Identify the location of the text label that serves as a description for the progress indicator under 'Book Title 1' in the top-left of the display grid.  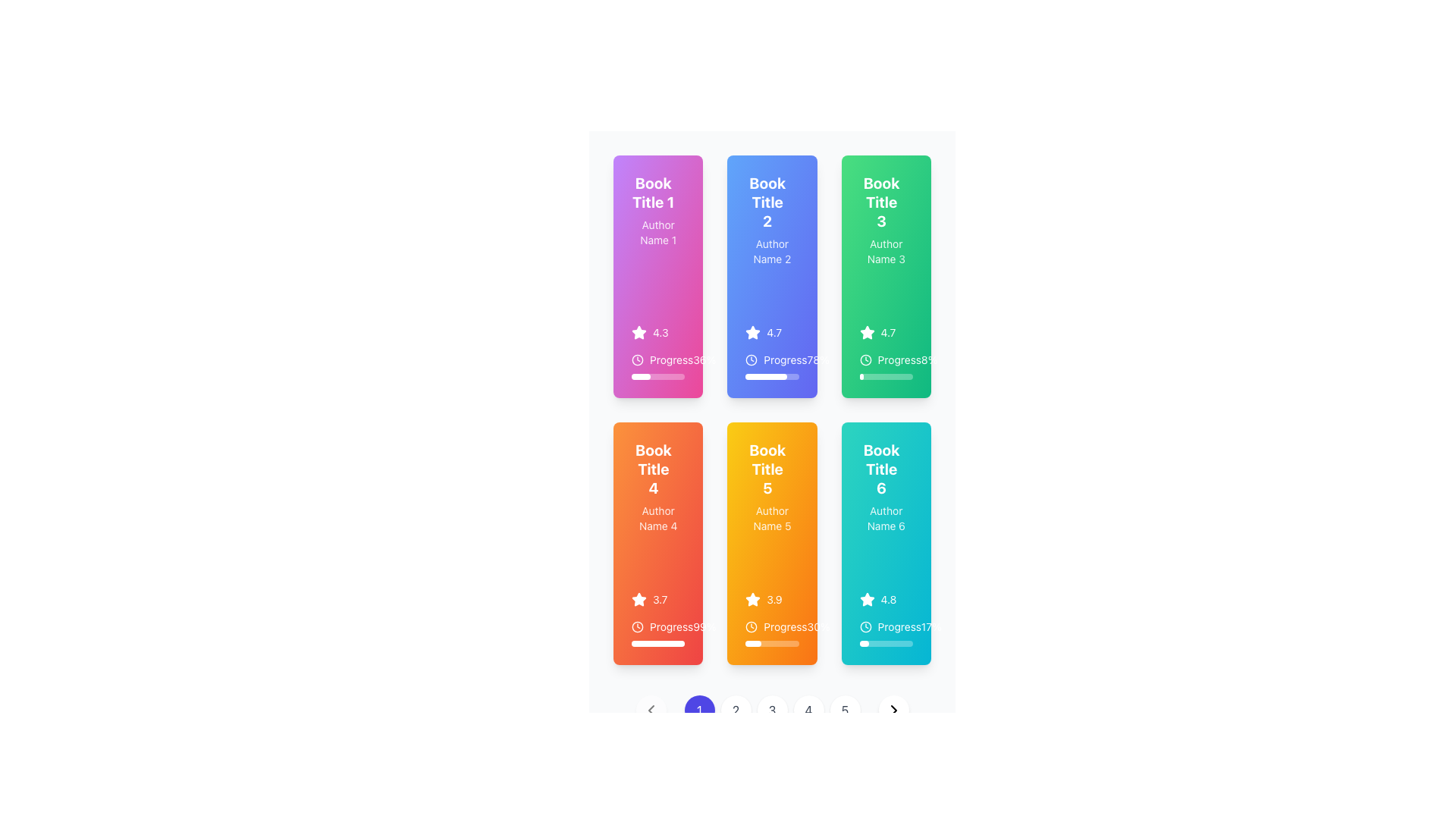
(662, 359).